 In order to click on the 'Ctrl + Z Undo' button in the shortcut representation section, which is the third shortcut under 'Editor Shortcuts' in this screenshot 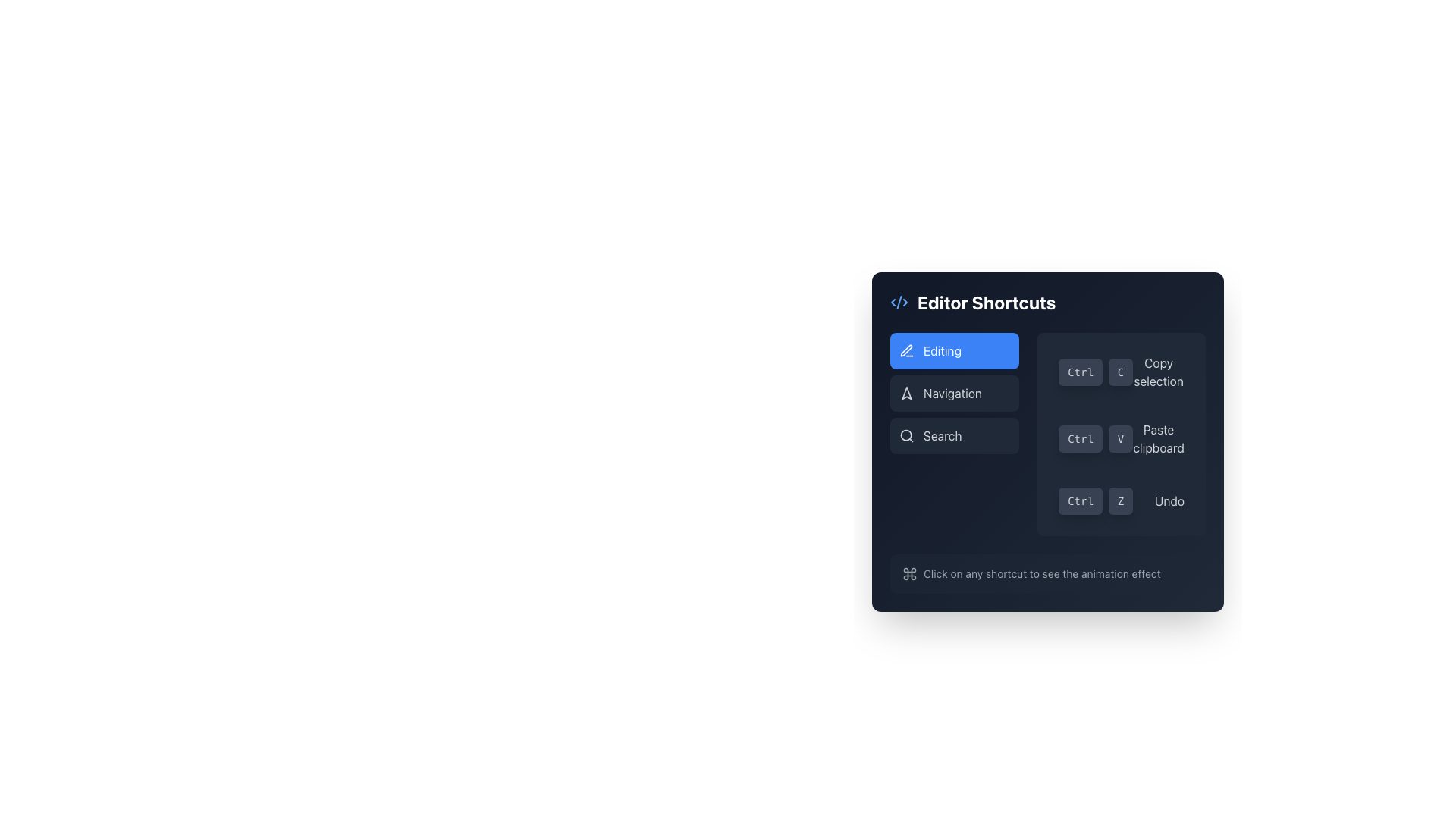, I will do `click(1121, 500)`.